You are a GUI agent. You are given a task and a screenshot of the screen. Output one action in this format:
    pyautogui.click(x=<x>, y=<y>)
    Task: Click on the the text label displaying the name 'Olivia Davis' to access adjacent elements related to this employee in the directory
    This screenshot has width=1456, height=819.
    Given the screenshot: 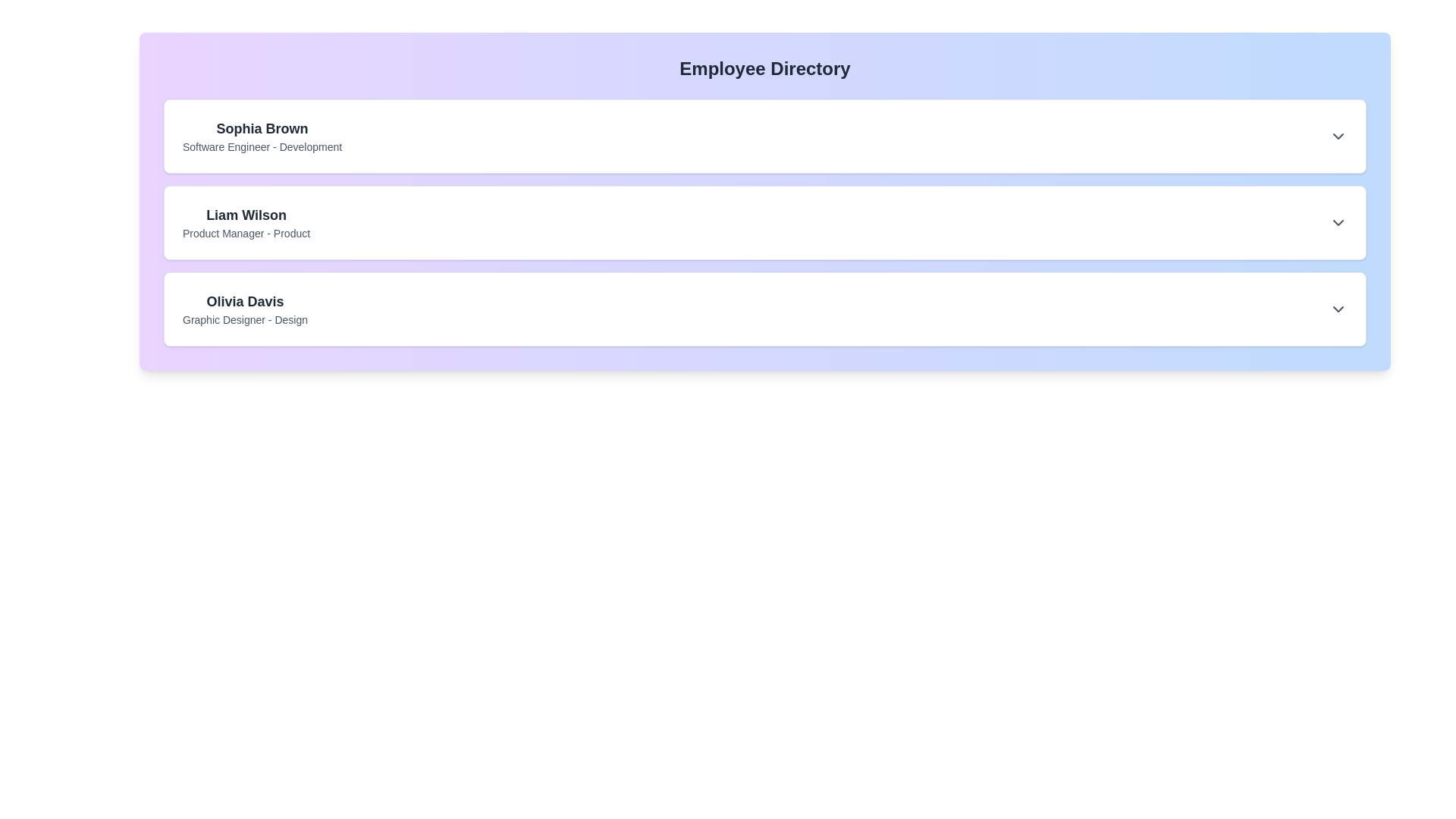 What is the action you would take?
    pyautogui.click(x=245, y=301)
    